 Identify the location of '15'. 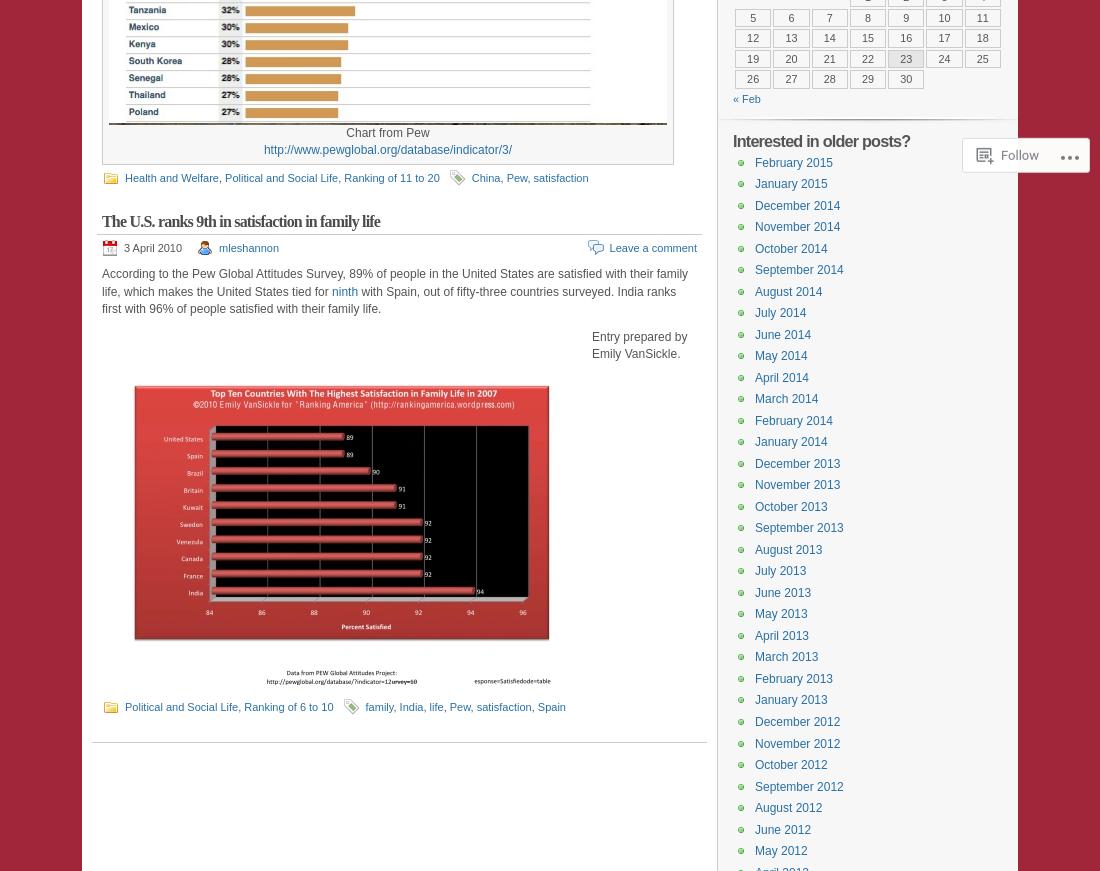
(859, 36).